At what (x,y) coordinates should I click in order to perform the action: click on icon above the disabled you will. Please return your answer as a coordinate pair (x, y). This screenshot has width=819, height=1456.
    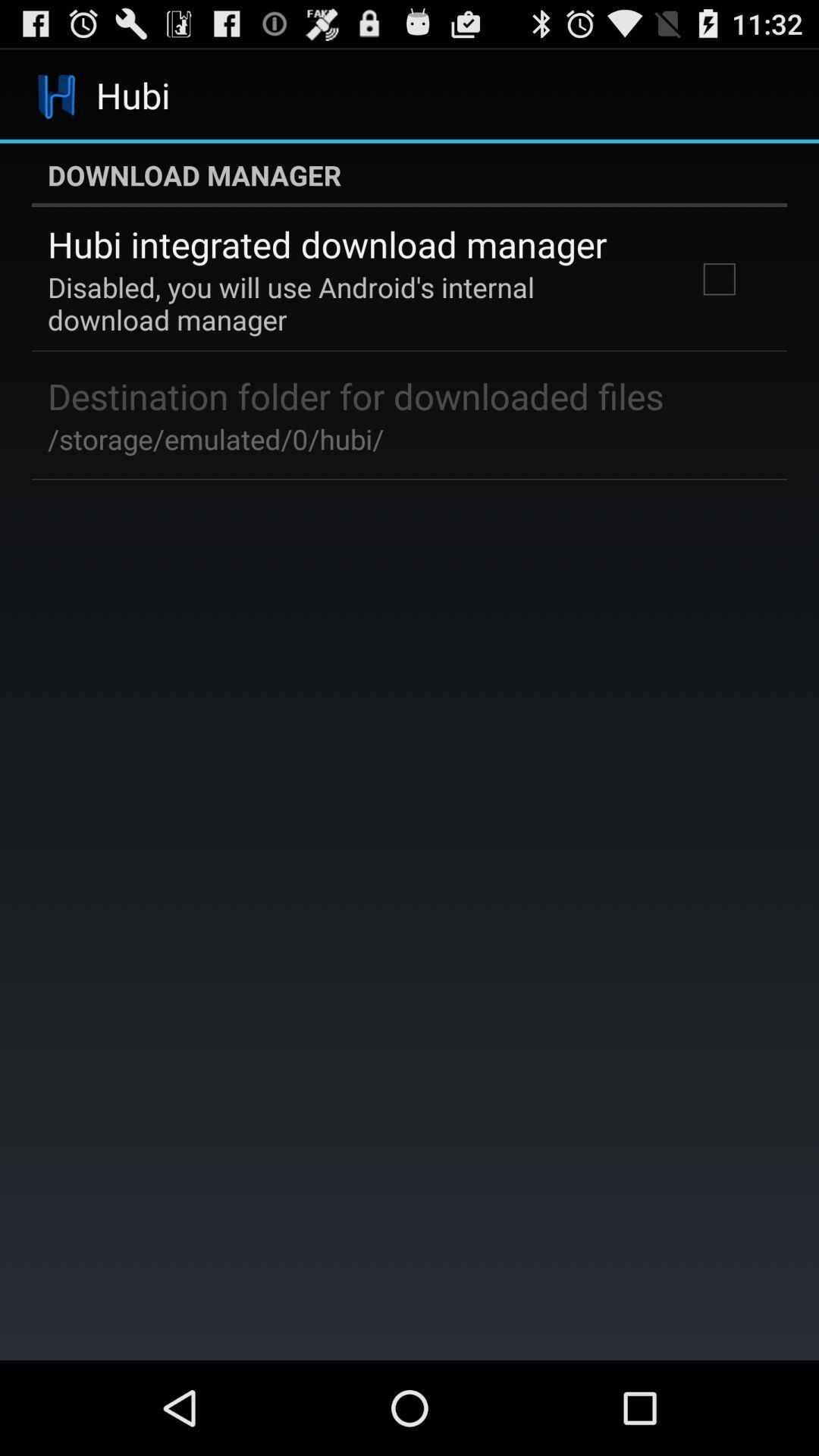
    Looking at the image, I should click on (326, 244).